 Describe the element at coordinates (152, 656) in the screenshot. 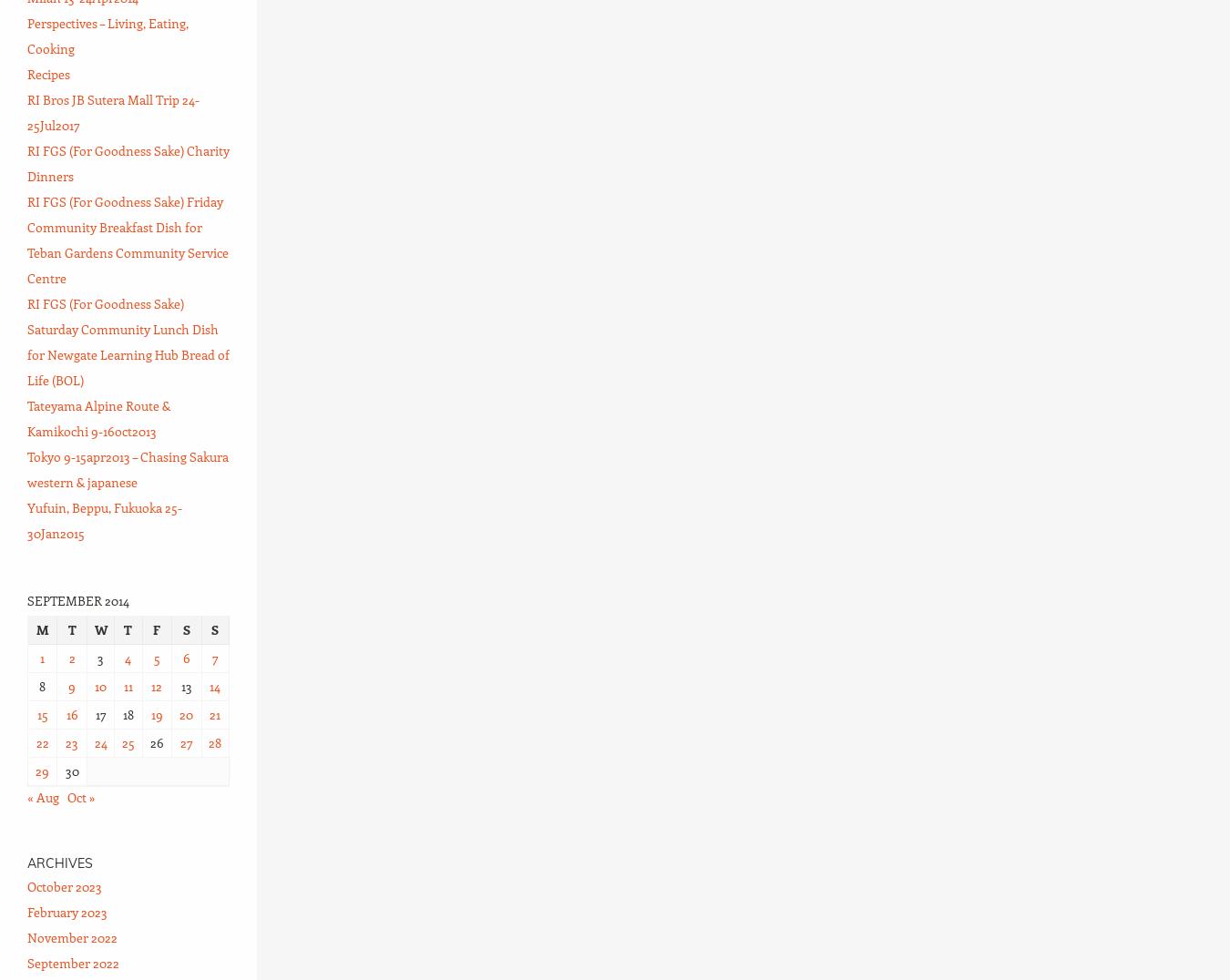

I see `'5'` at that location.